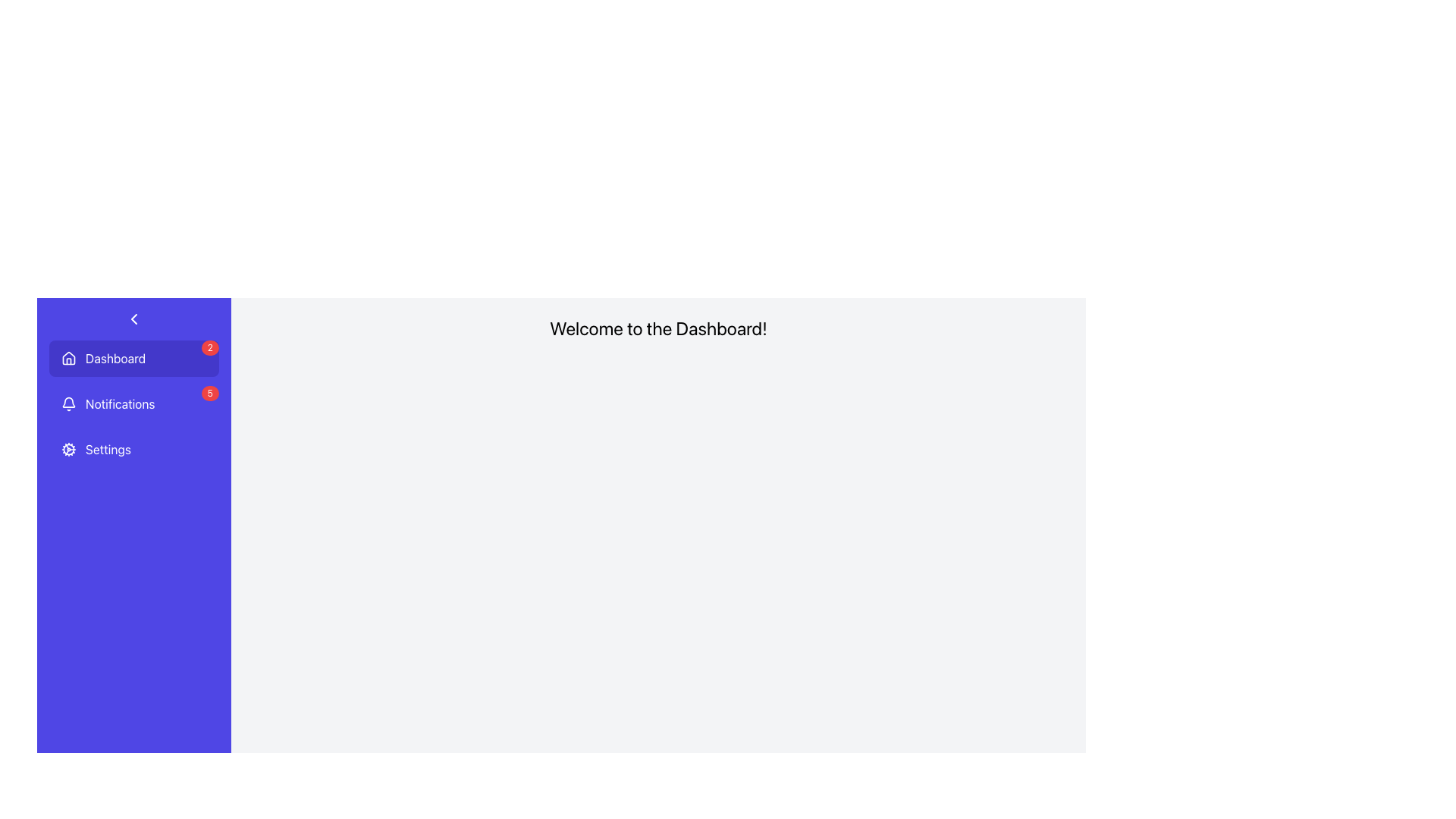 The width and height of the screenshot is (1456, 819). What do you see at coordinates (68, 449) in the screenshot?
I see `the 'Settings' icon located in the left-side navigation panel` at bounding box center [68, 449].